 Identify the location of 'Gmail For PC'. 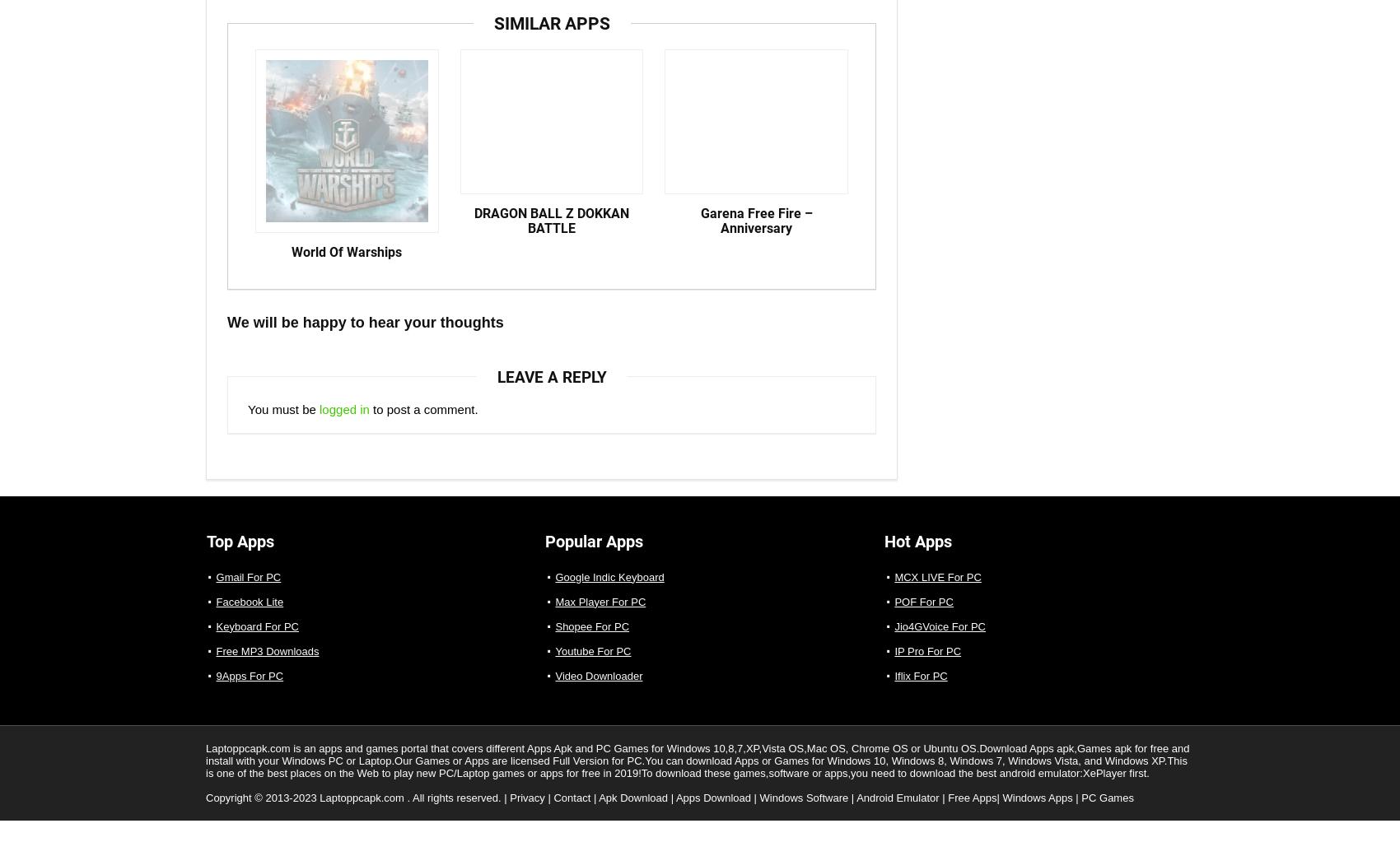
(248, 591).